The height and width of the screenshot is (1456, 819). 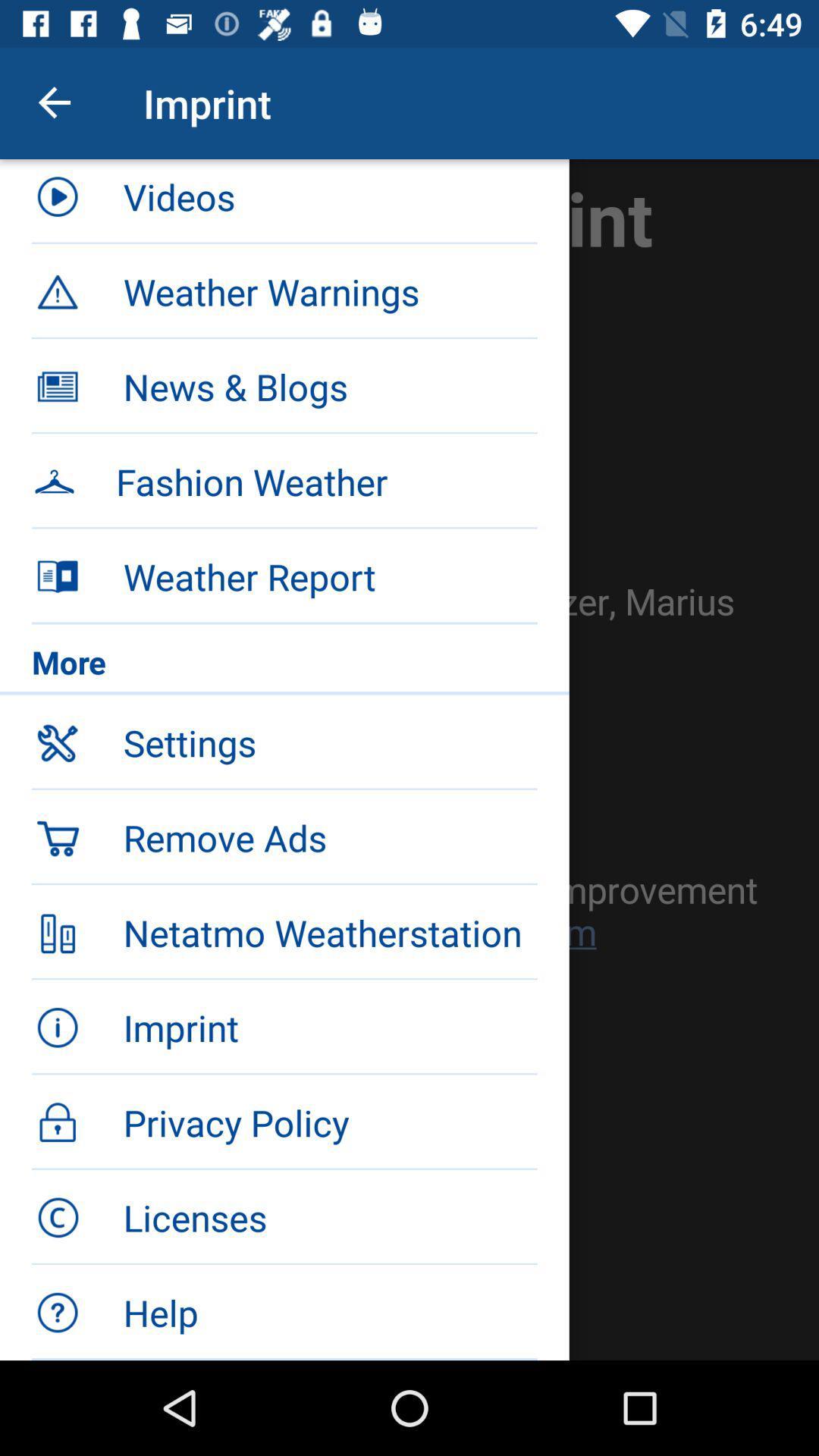 What do you see at coordinates (55, 102) in the screenshot?
I see `icon next to the videos item` at bounding box center [55, 102].